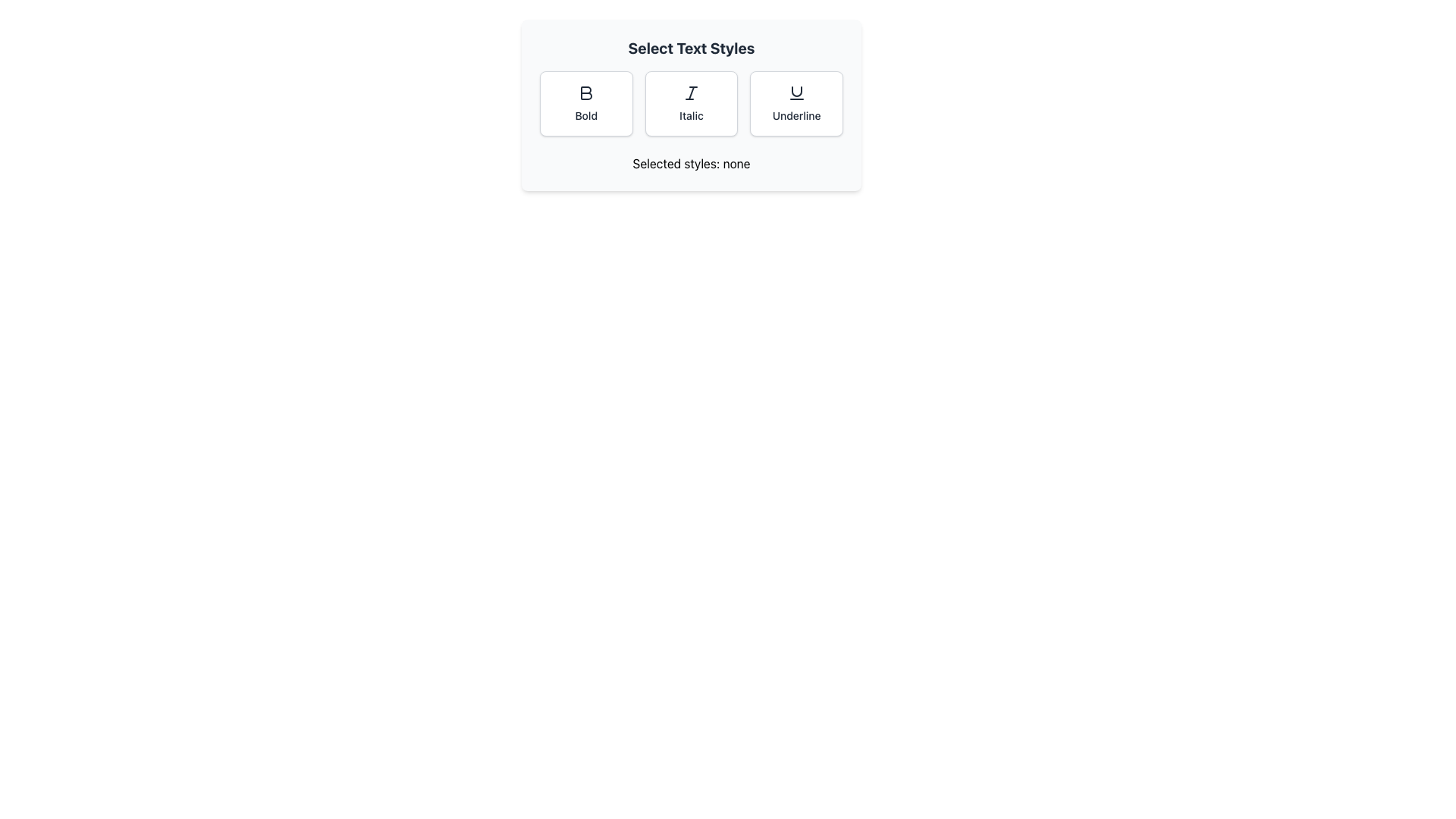 The height and width of the screenshot is (819, 1456). I want to click on the 'Italic' label text, which is the second of three adjacent buttons labeled 'Bold', 'Italic', and 'Underline', so click(691, 115).